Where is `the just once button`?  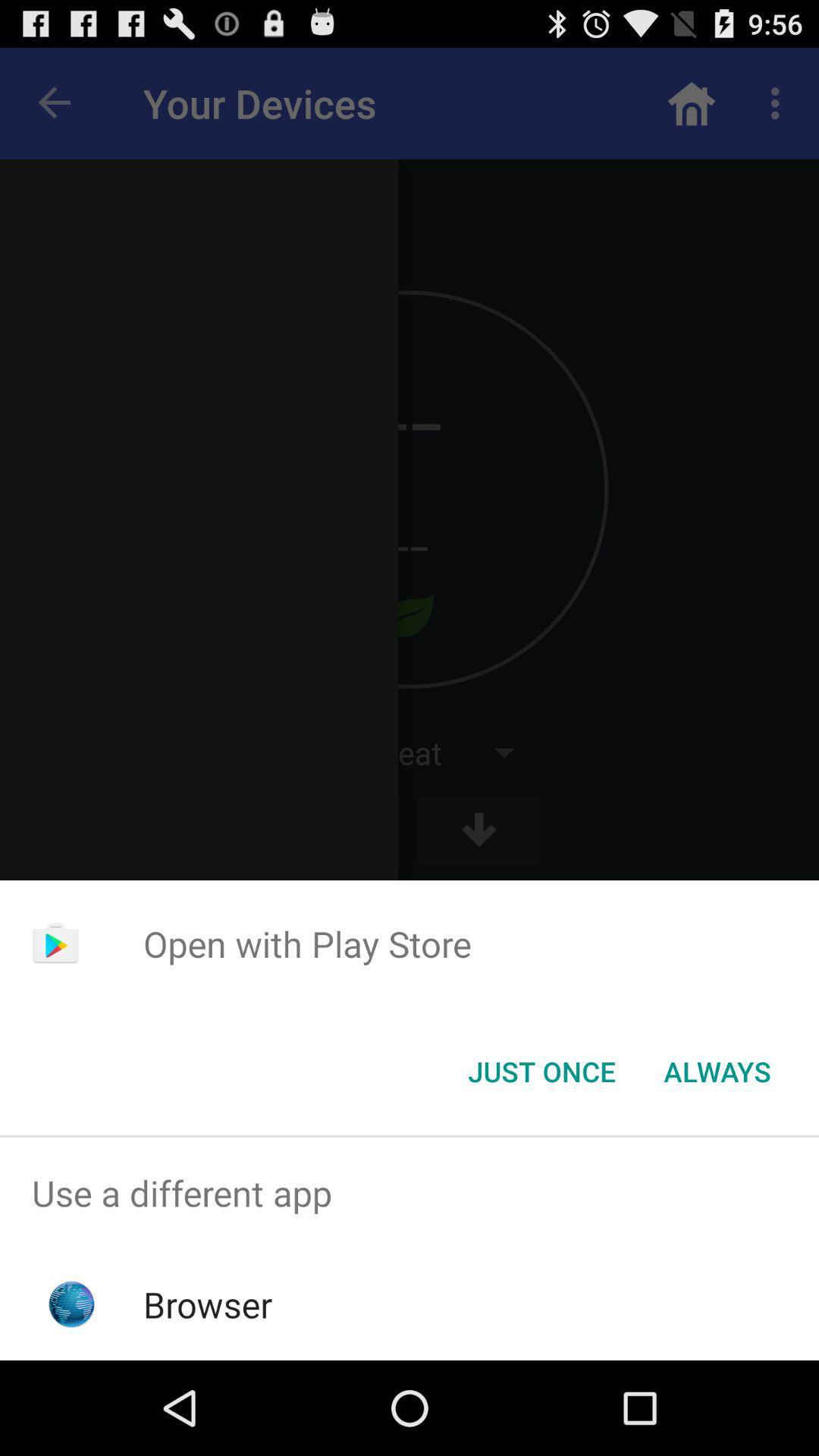
the just once button is located at coordinates (541, 1070).